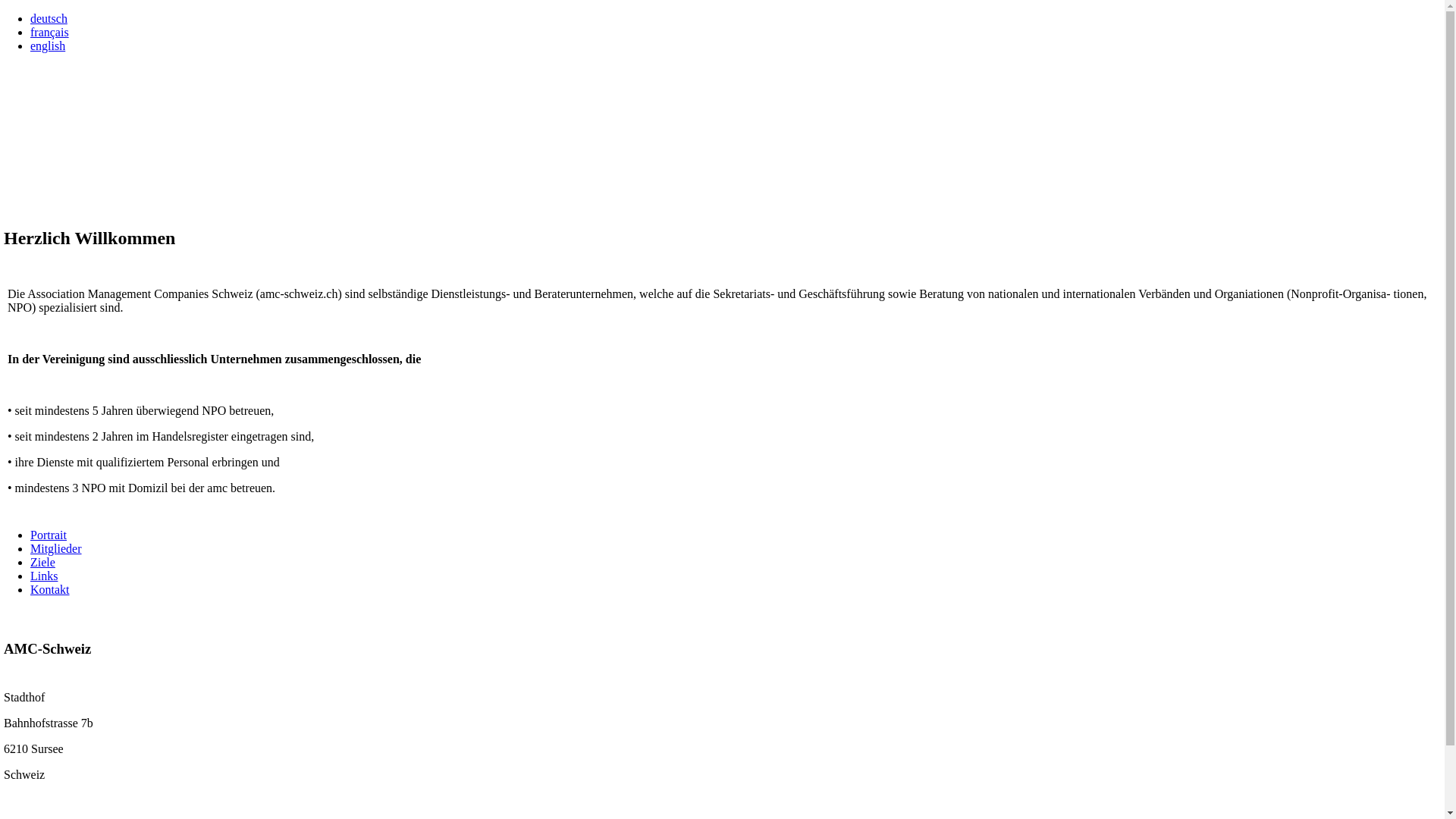 The height and width of the screenshot is (819, 1456). I want to click on 'Ziele', so click(42, 562).